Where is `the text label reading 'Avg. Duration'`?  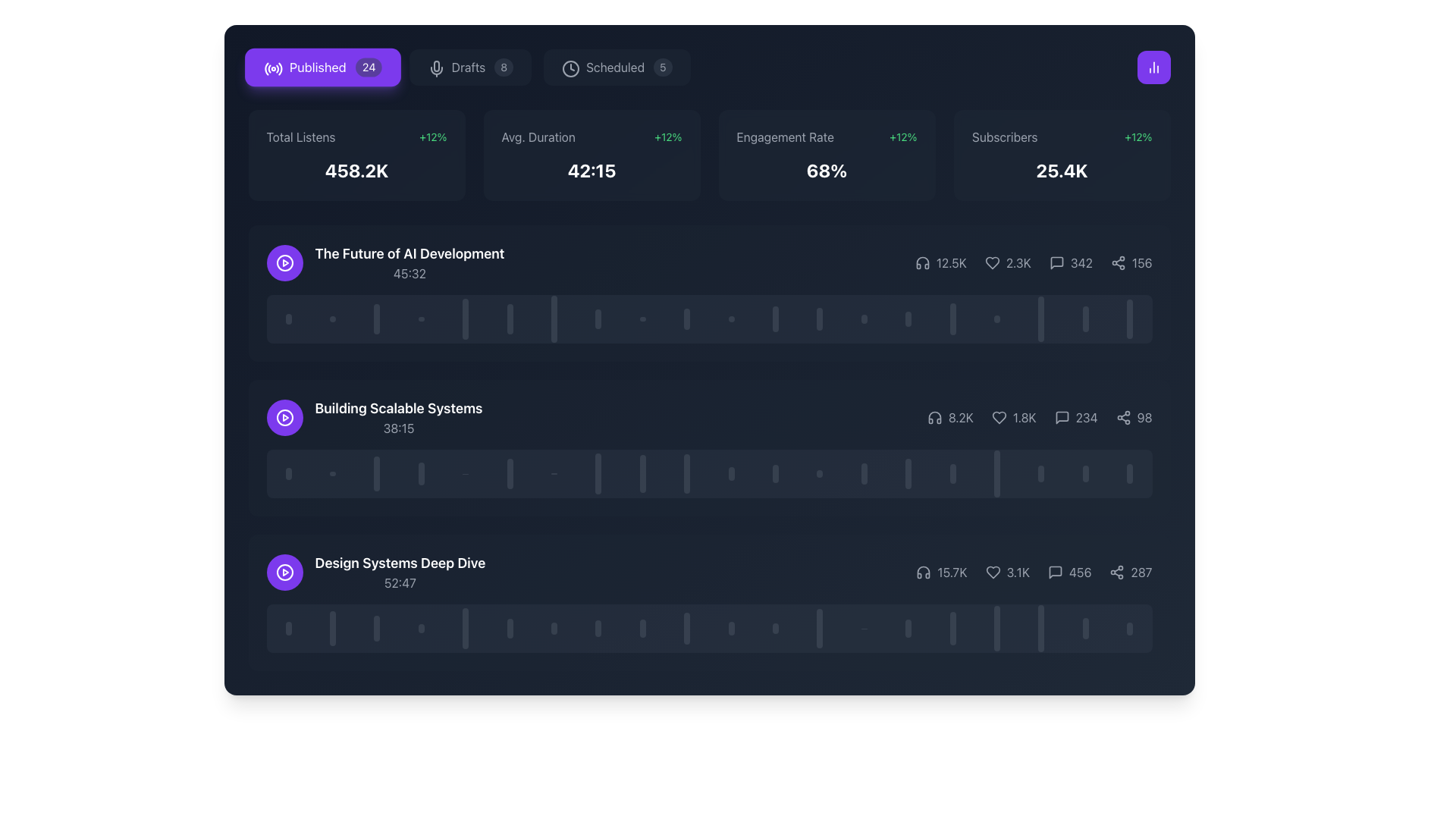
the text label reading 'Avg. Duration' is located at coordinates (538, 137).